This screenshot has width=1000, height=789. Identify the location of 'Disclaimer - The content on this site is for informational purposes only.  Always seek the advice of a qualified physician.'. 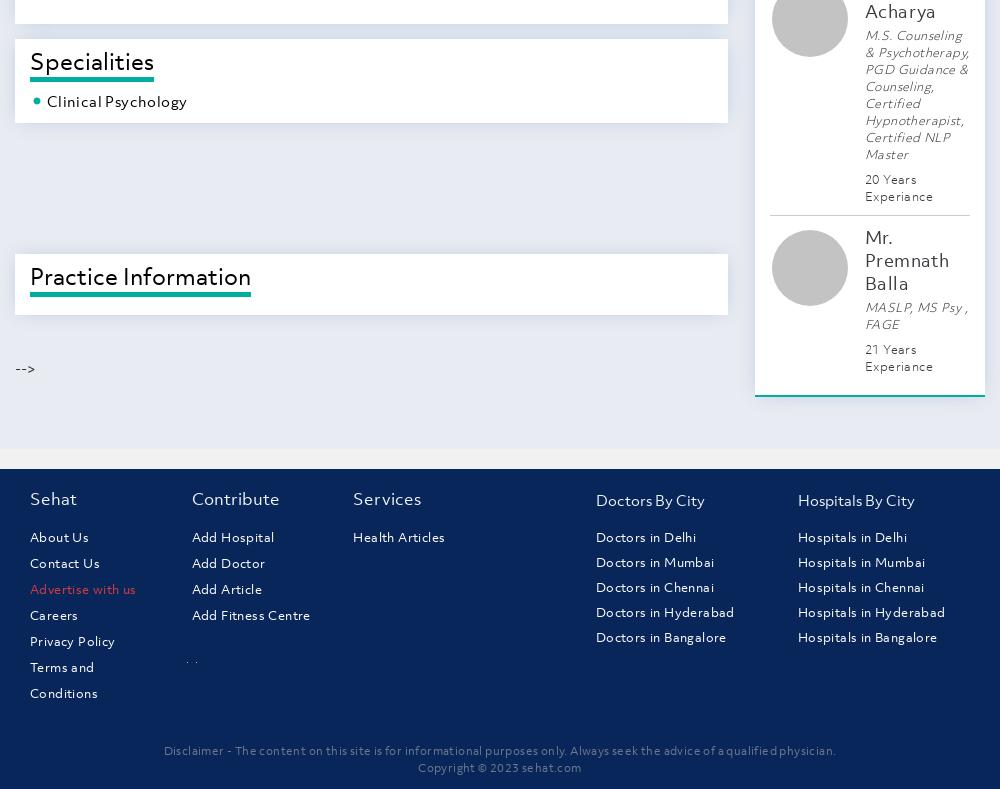
(498, 750).